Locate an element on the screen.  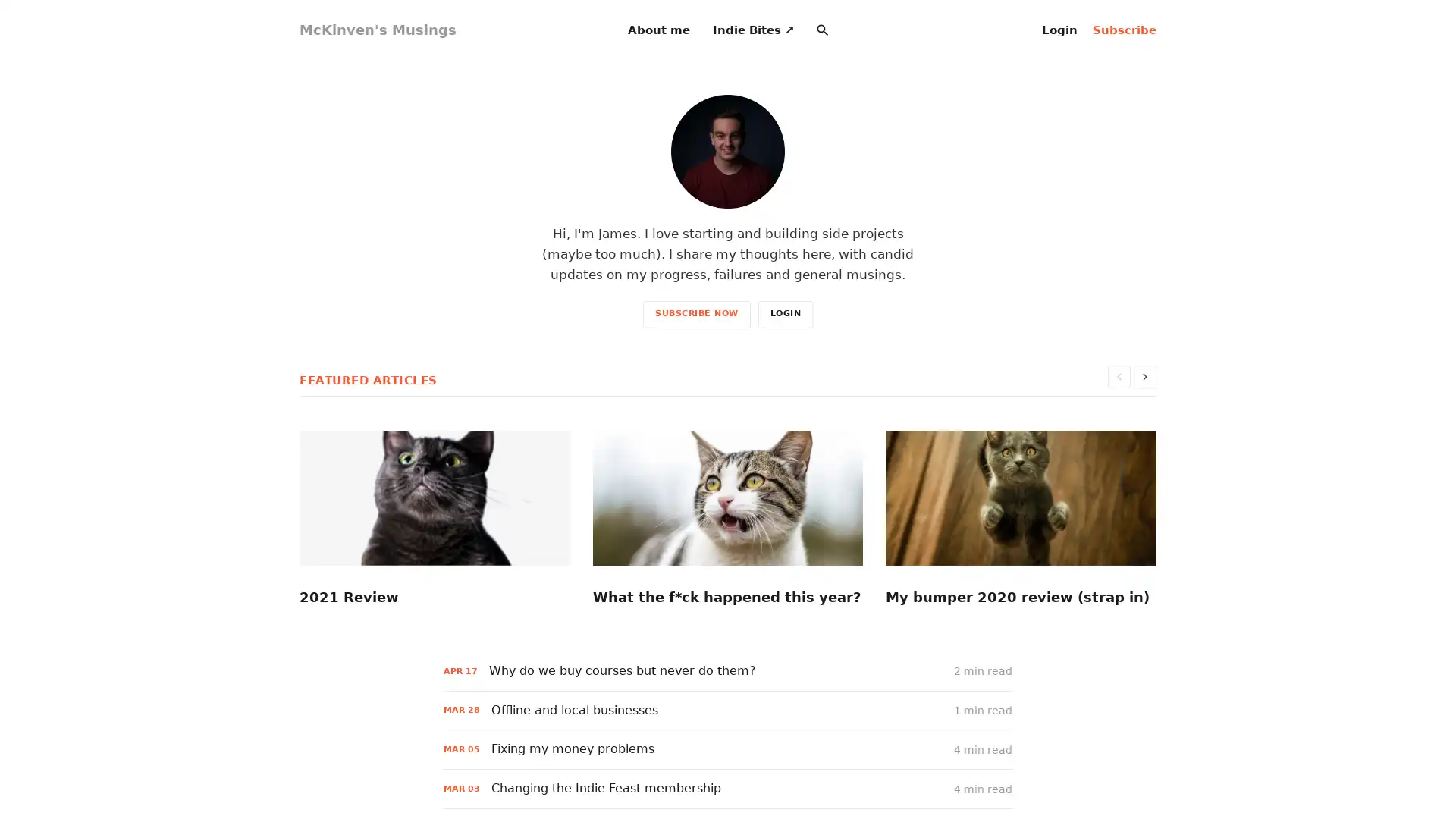
SUBSCRIBE NOW is located at coordinates (695, 312).